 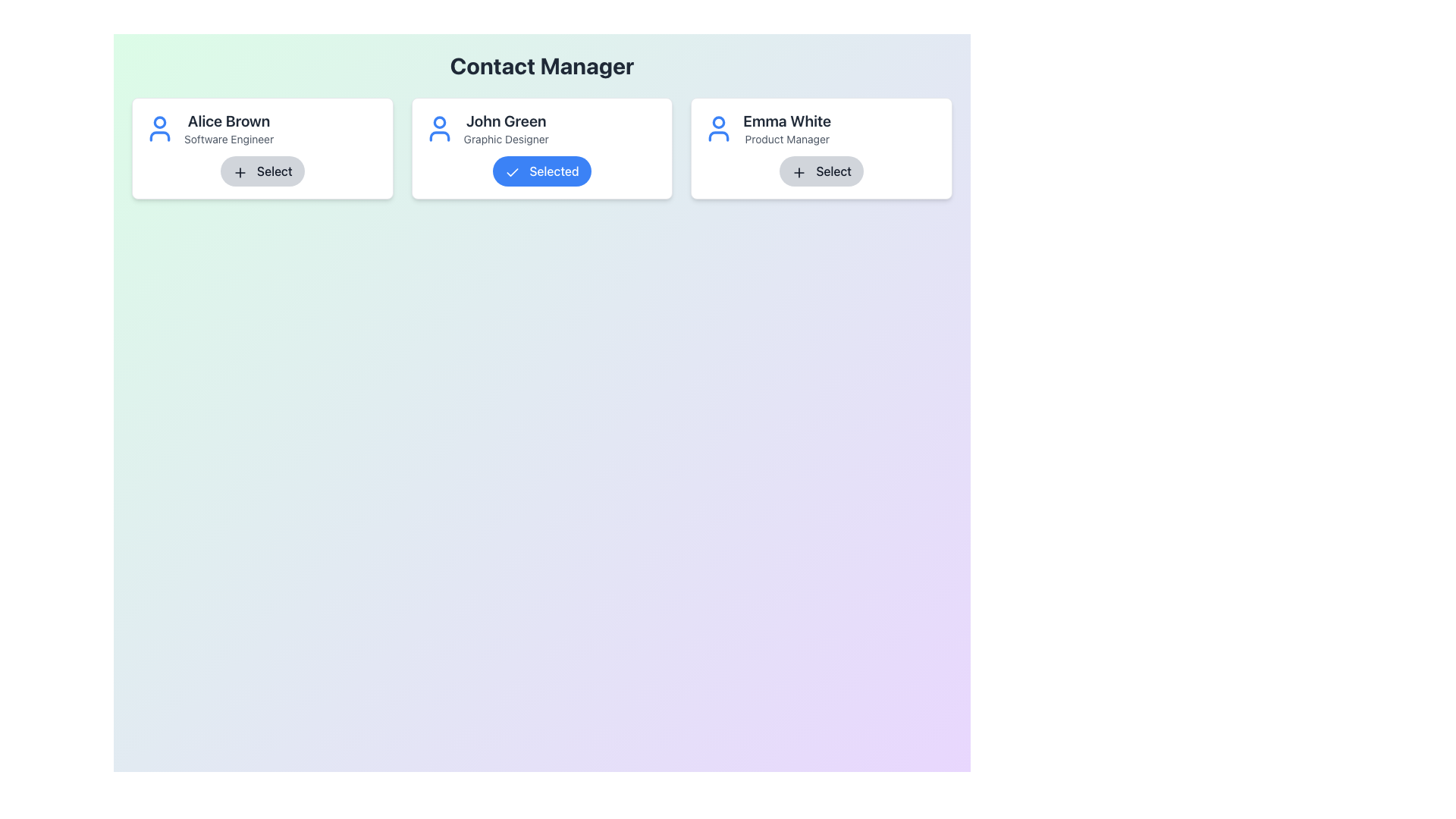 What do you see at coordinates (542, 127) in the screenshot?
I see `the Text and Icon Combination displaying 'John Green' and 'Graphic Designer' under the 'Contact Manager' heading` at bounding box center [542, 127].